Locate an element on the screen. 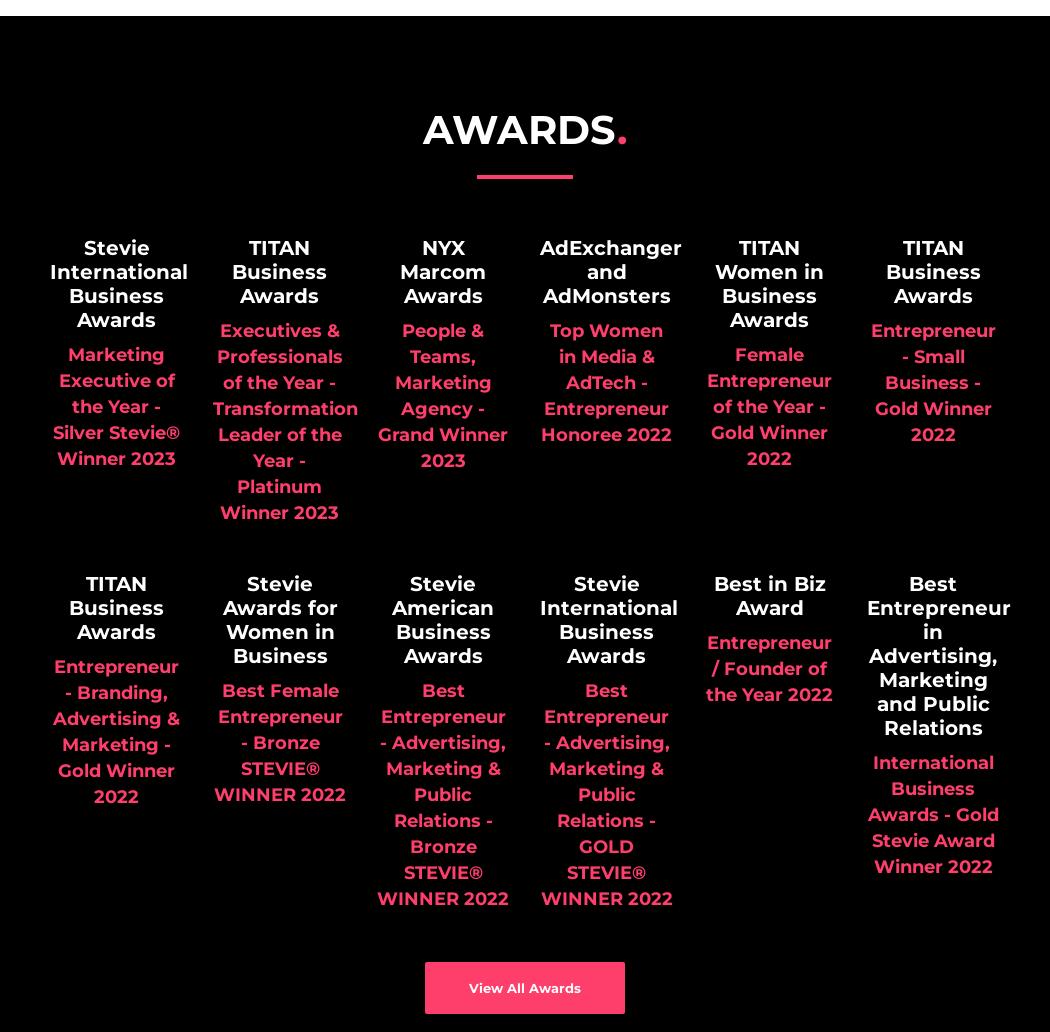  'Entrepreneur - Branding, Advertising & Marketing - Gold Winner 2022' is located at coordinates (52, 730).